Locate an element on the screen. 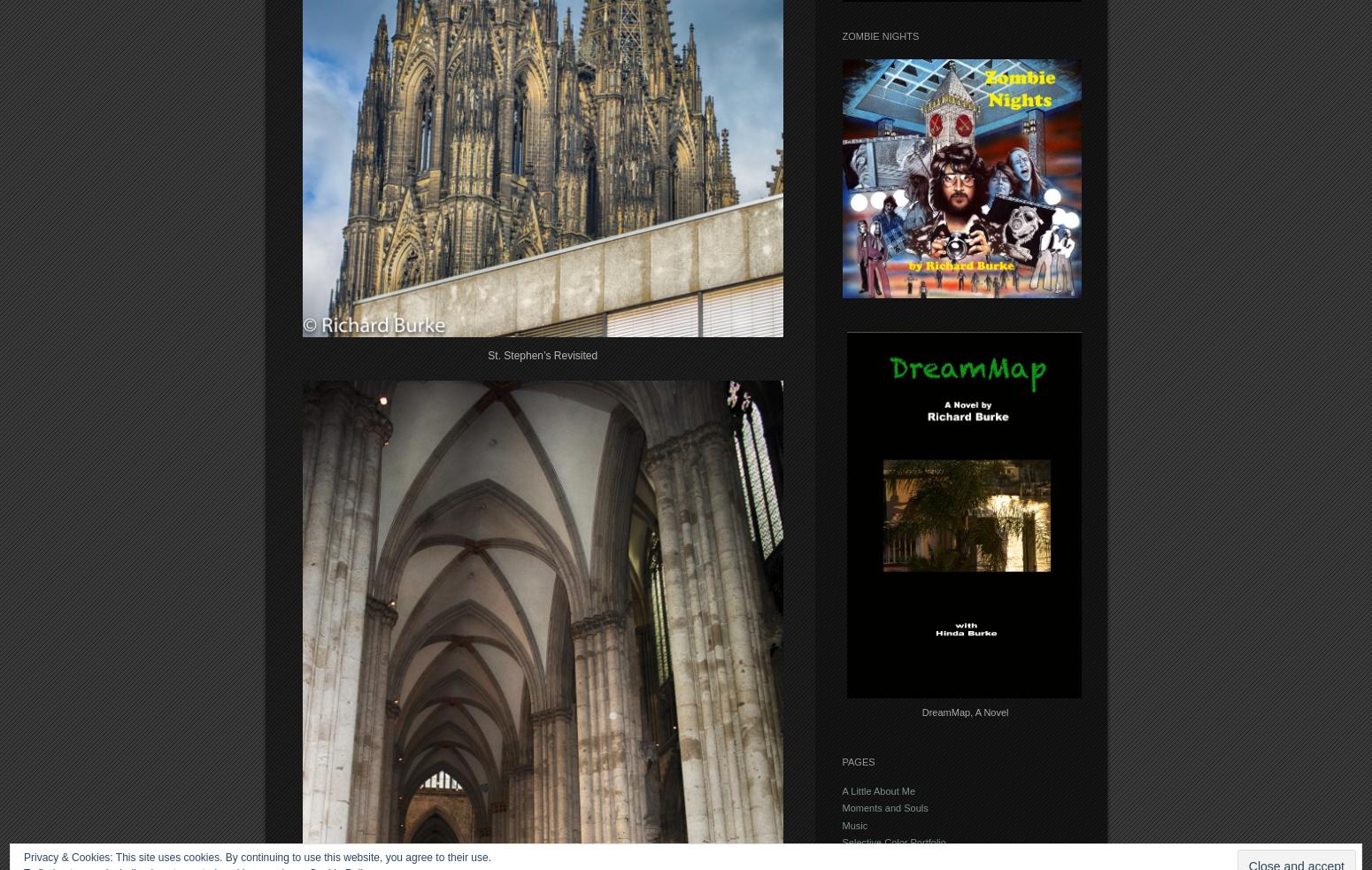  'Zombies in the Mall' is located at coordinates (840, 859).